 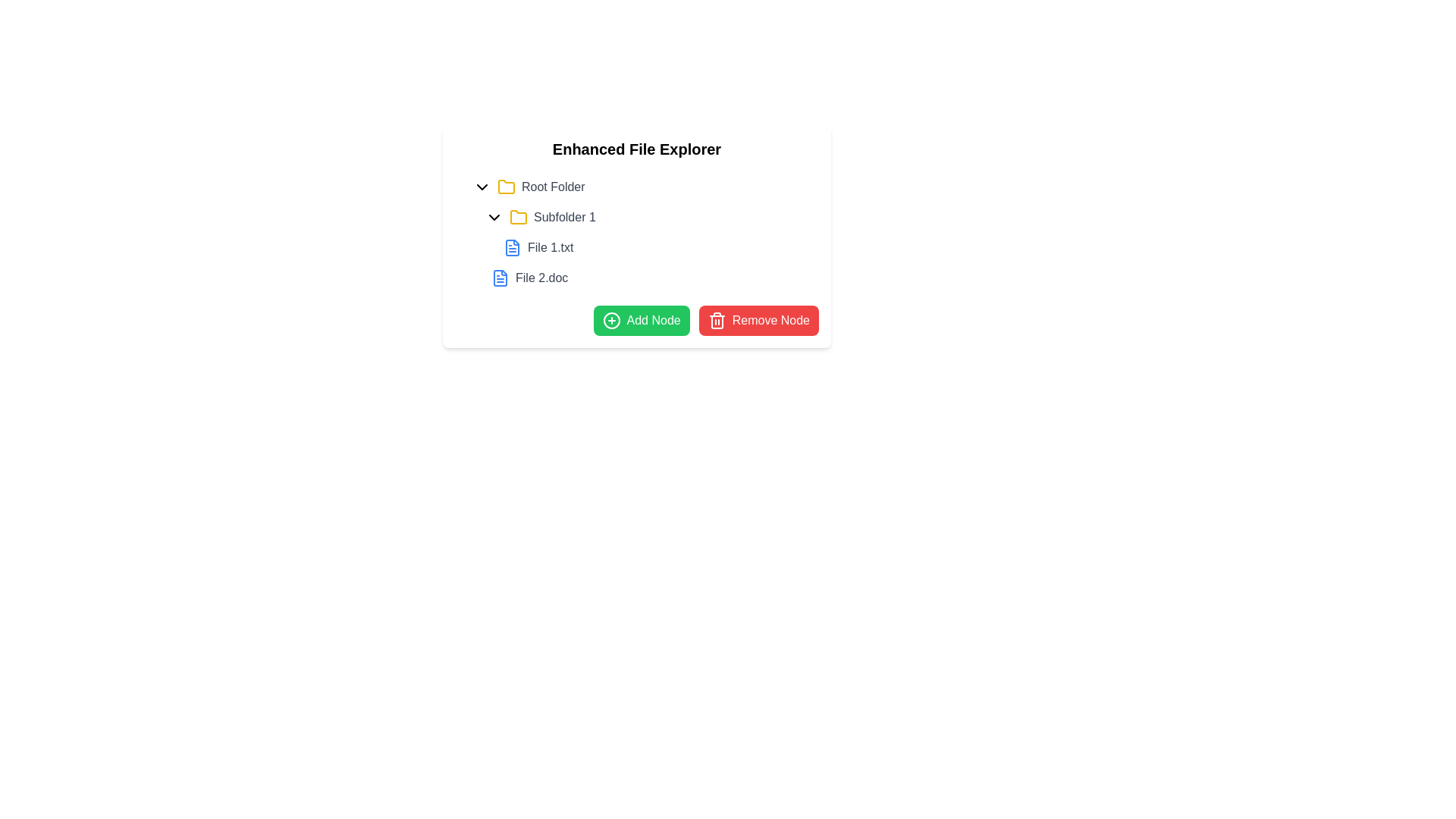 I want to click on the trash bin icon with a red background next to the 'Remove Node' text, so click(x=716, y=320).